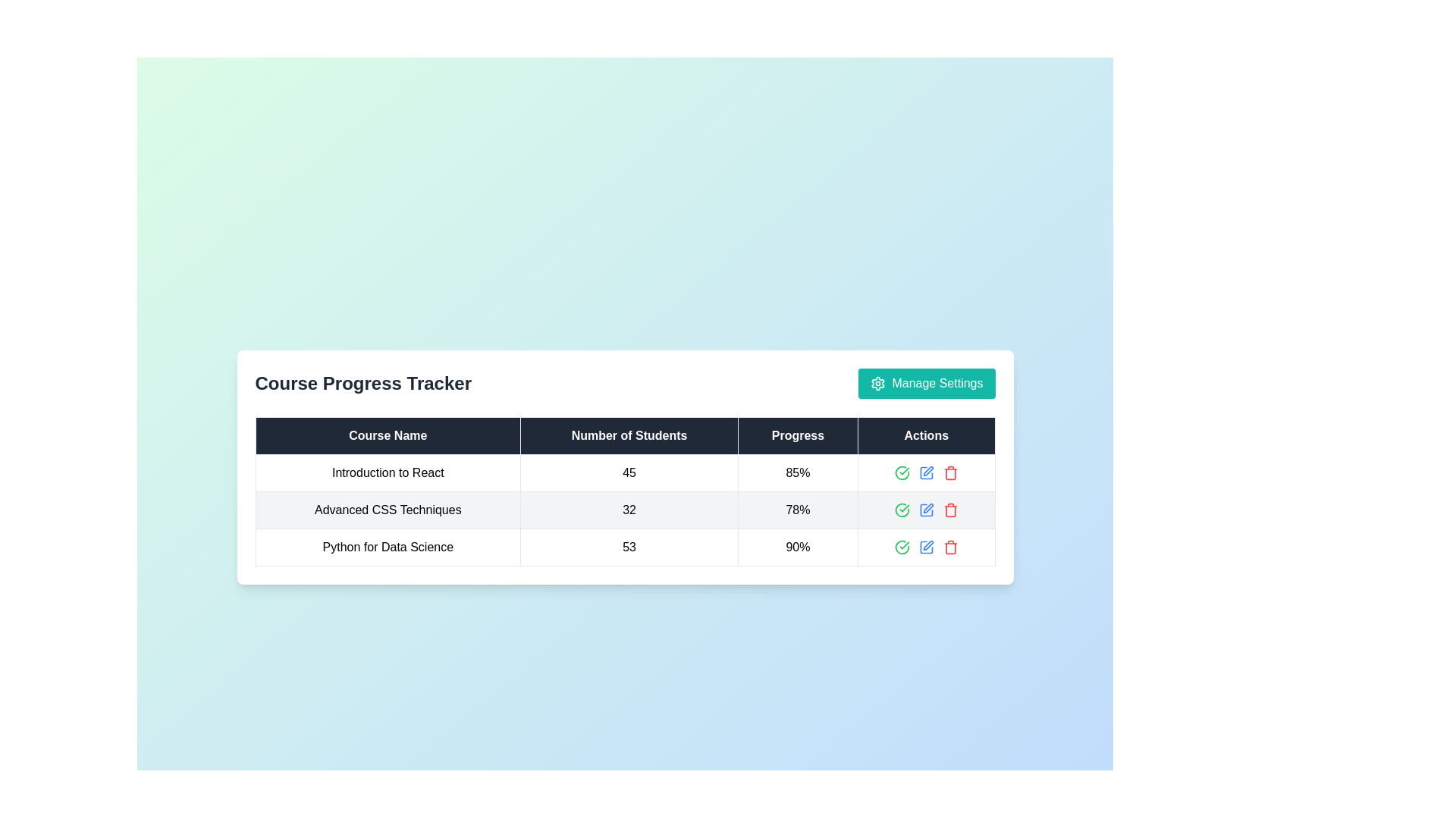 The width and height of the screenshot is (1456, 819). I want to click on the Icon button in the 'Actions' column of the table for the 'Python for Data Science' course, so click(902, 547).